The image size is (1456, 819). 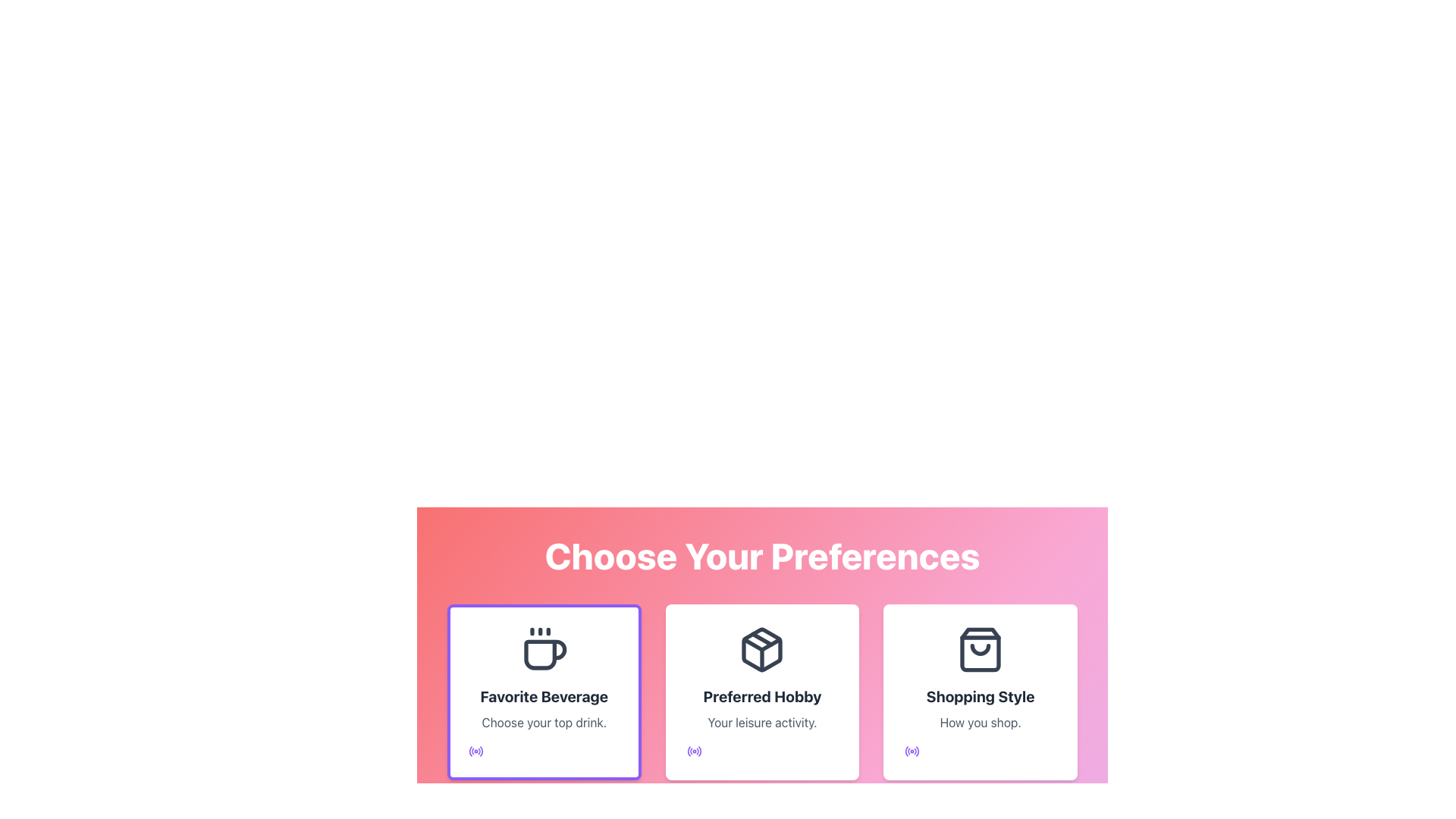 I want to click on the third selectable card in the shopping style selection interface, positioned on the far right of the grid layout, so click(x=981, y=692).